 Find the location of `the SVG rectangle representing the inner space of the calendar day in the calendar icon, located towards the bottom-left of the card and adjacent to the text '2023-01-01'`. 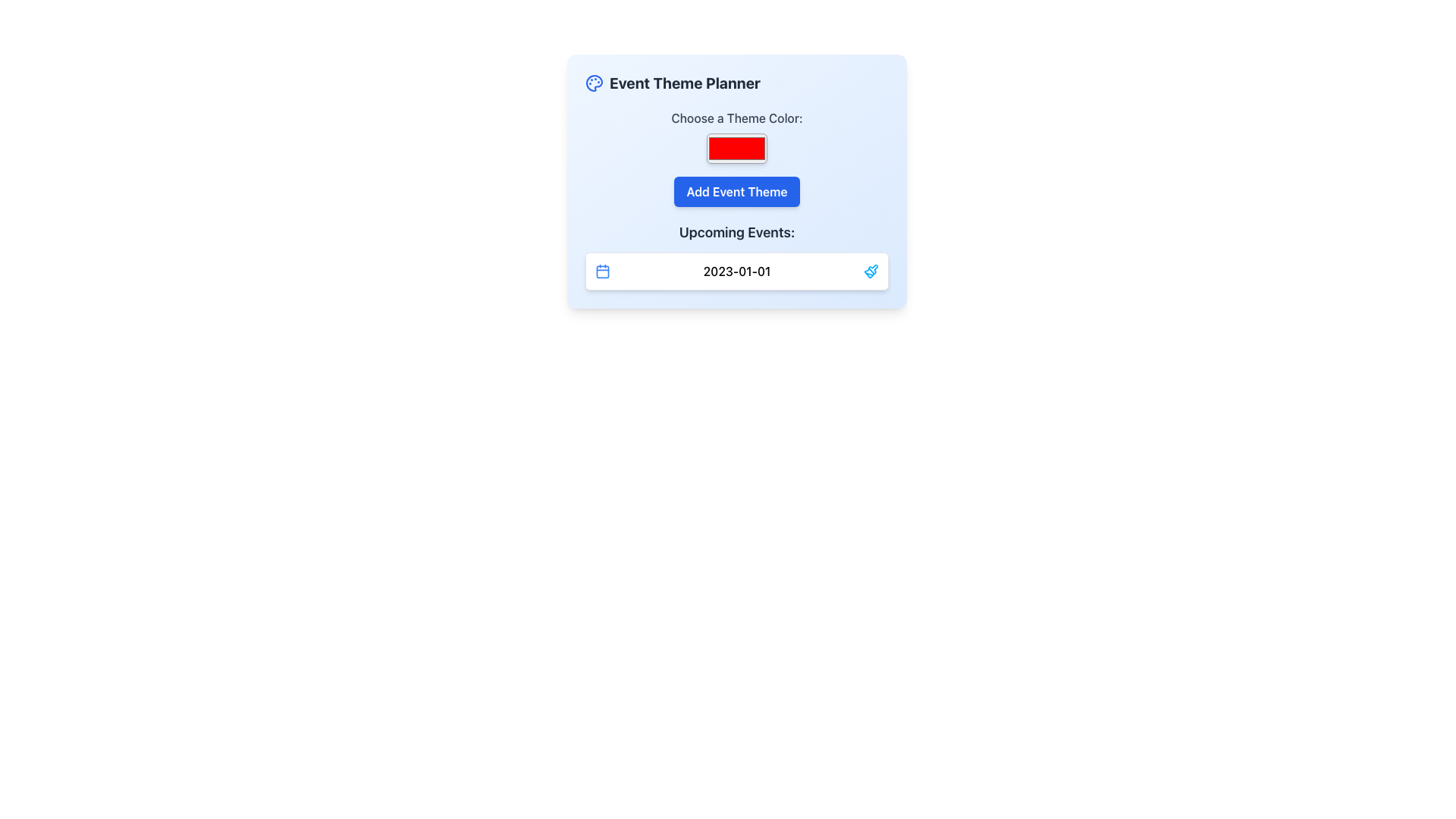

the SVG rectangle representing the inner space of the calendar day in the calendar icon, located towards the bottom-left of the card and adjacent to the text '2023-01-01' is located at coordinates (602, 271).